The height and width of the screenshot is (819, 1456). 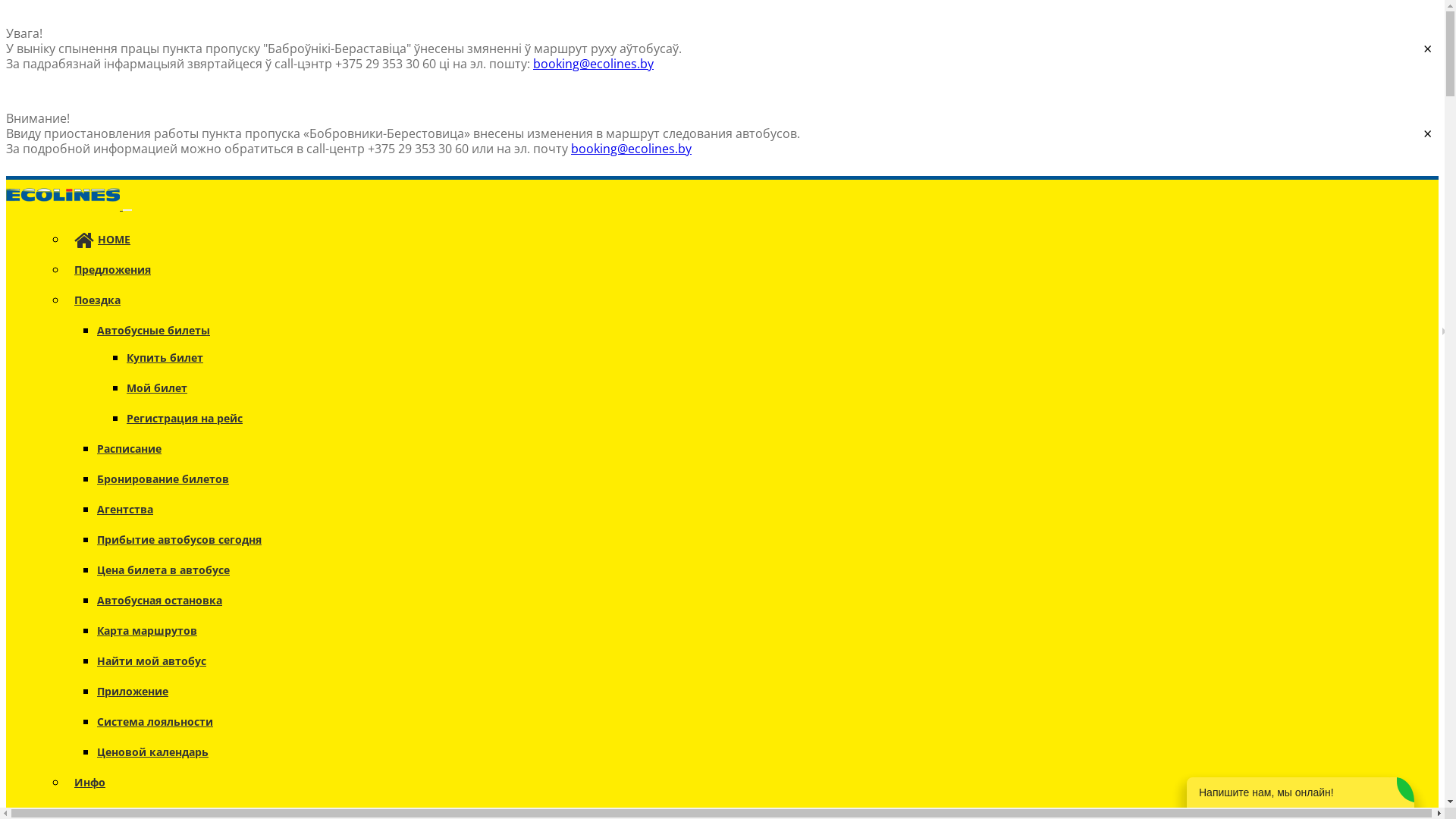 I want to click on 'booking@ecolines.by', so click(x=570, y=149).